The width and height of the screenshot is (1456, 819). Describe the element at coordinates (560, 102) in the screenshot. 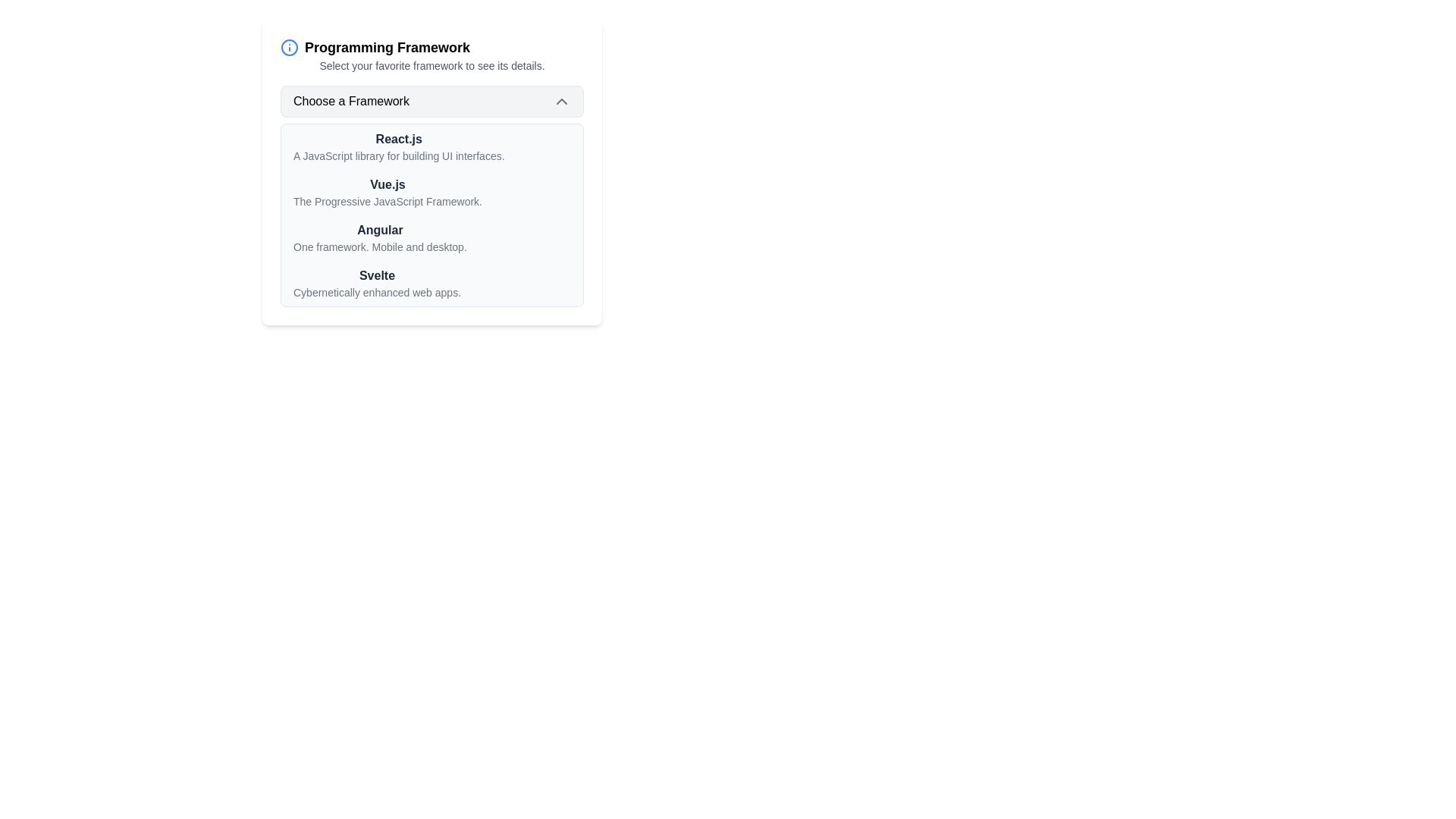

I see `the state of the upward-pointing chevron icon located to the right of the text 'Choose a Framework' to determine its expandability` at that location.